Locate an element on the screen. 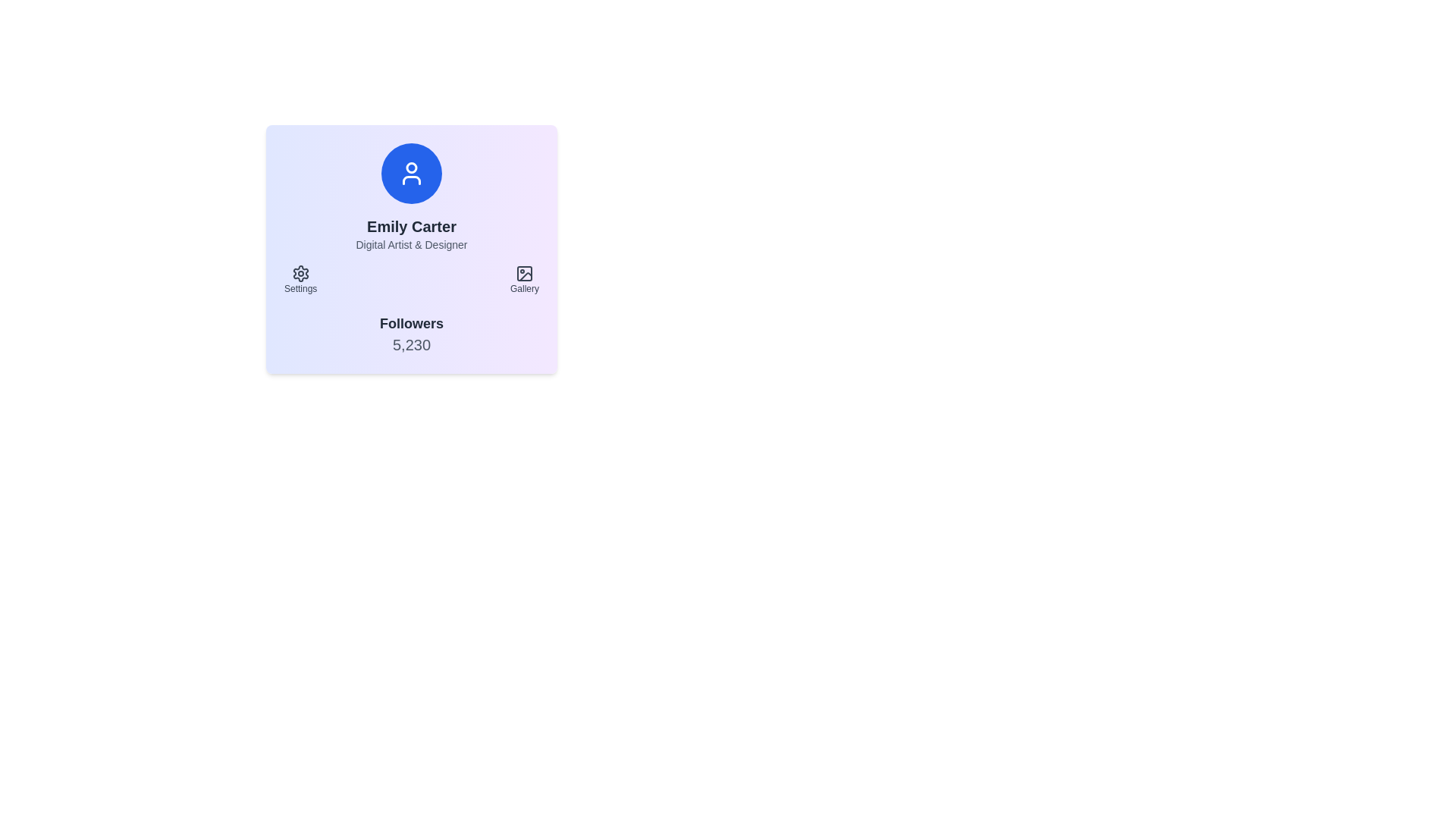 Image resolution: width=1456 pixels, height=819 pixels. the gallery icon located at the bottom right of the card layout is located at coordinates (524, 274).